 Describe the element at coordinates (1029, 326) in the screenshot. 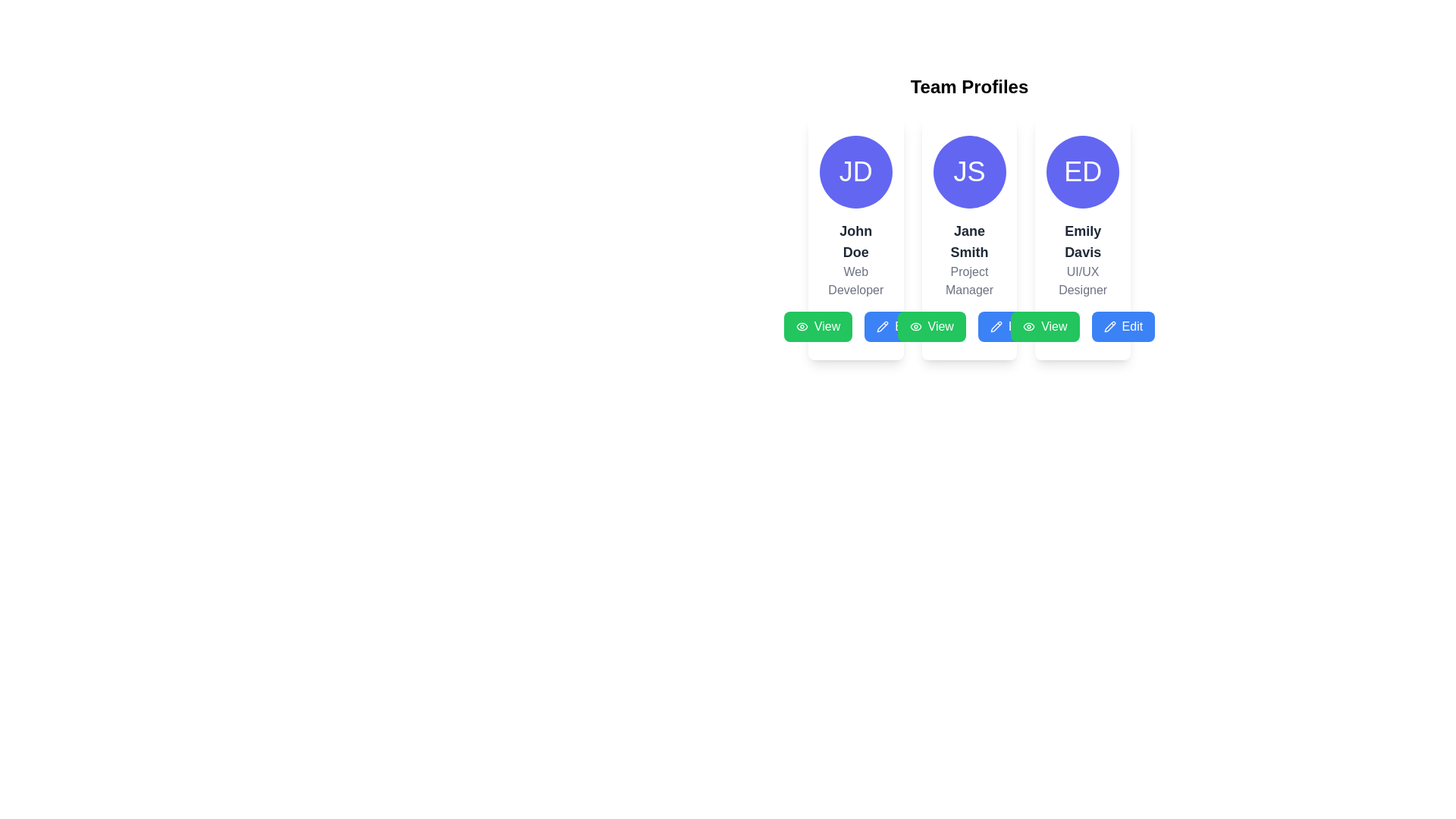

I see `the eye-shaped icon representing visibility in the 'View' button within Emily Davis's profile card, located to the left of the 'View' text` at that location.